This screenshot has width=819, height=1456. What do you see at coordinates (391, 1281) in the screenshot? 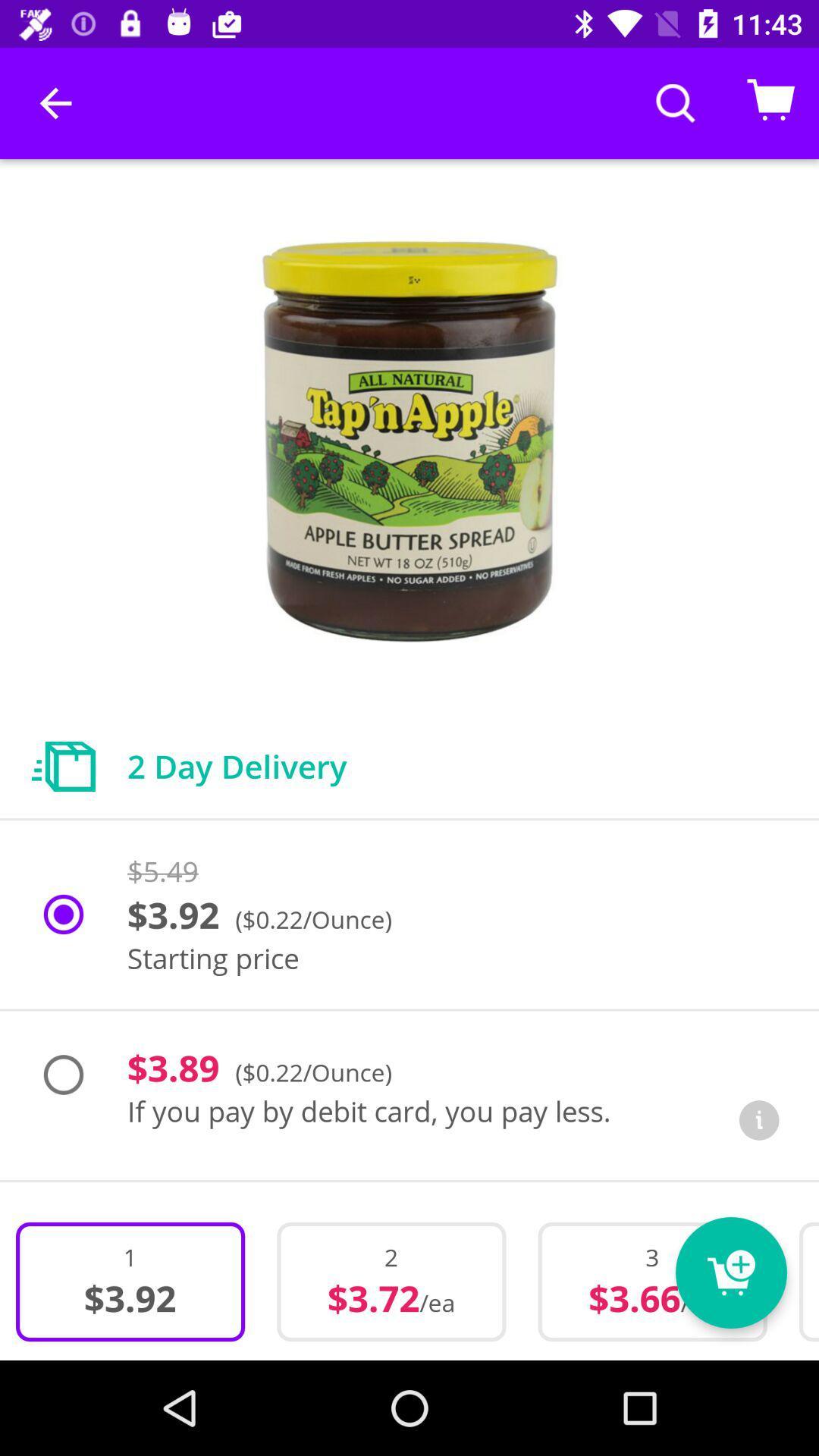
I see `the option which is above the home button` at bounding box center [391, 1281].